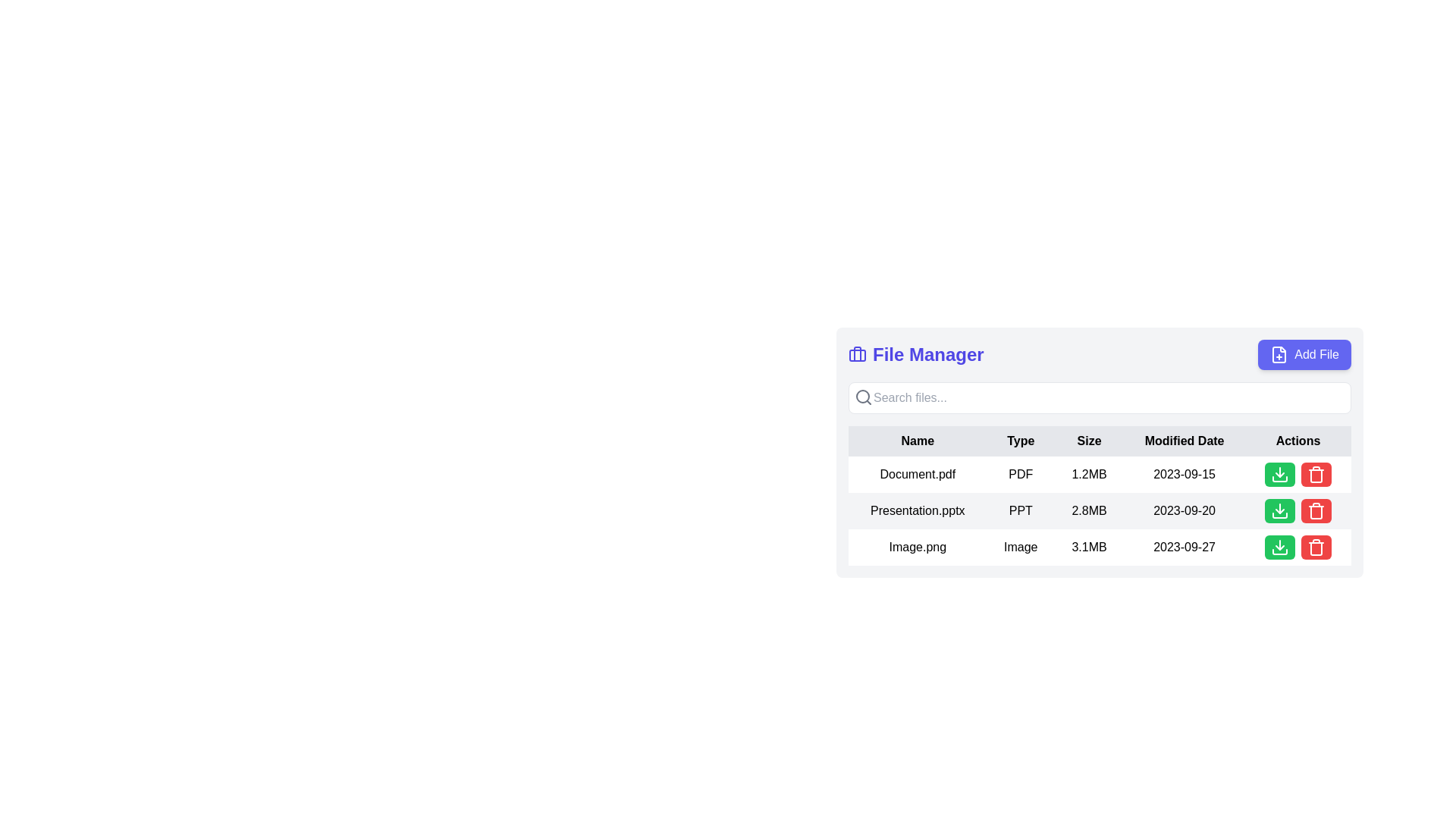  I want to click on the delete button located, so click(1316, 547).